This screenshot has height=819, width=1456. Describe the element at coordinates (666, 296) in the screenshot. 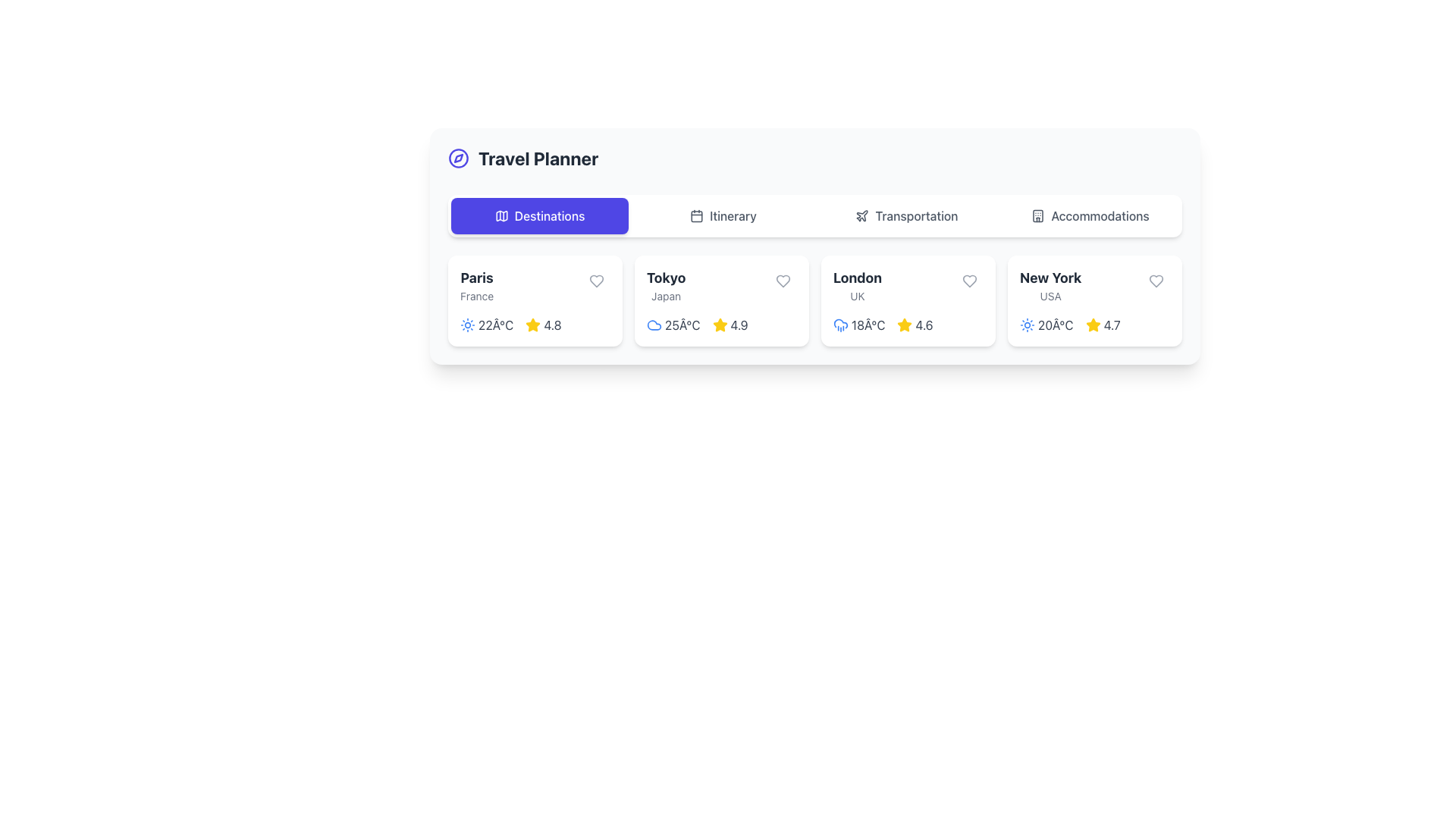

I see `the text label displaying 'Japan' in light gray font, located below the 'Tokyo' title within the second card of the 'Travel Planner' list` at that location.